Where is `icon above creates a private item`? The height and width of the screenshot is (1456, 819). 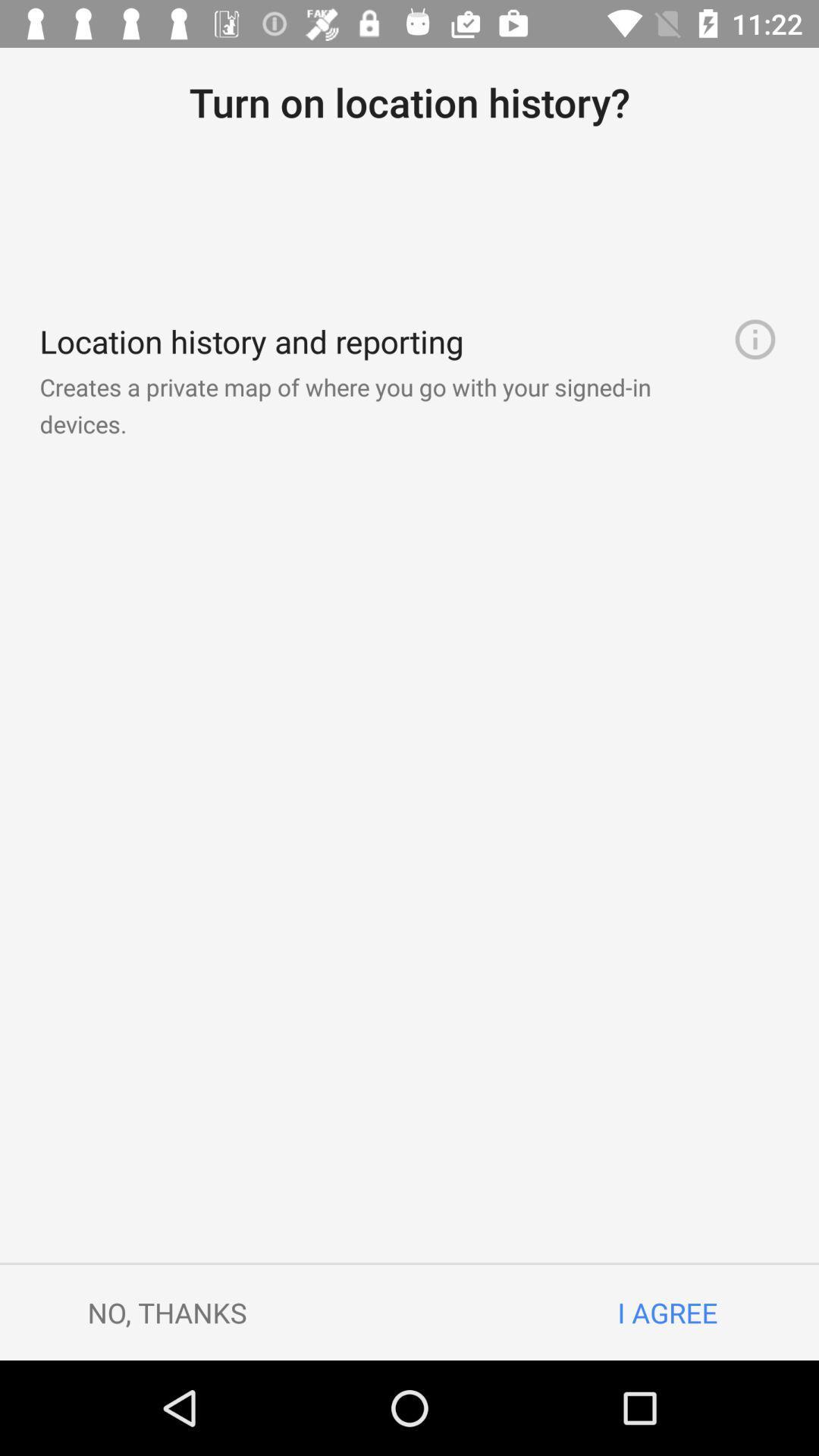 icon above creates a private item is located at coordinates (755, 338).